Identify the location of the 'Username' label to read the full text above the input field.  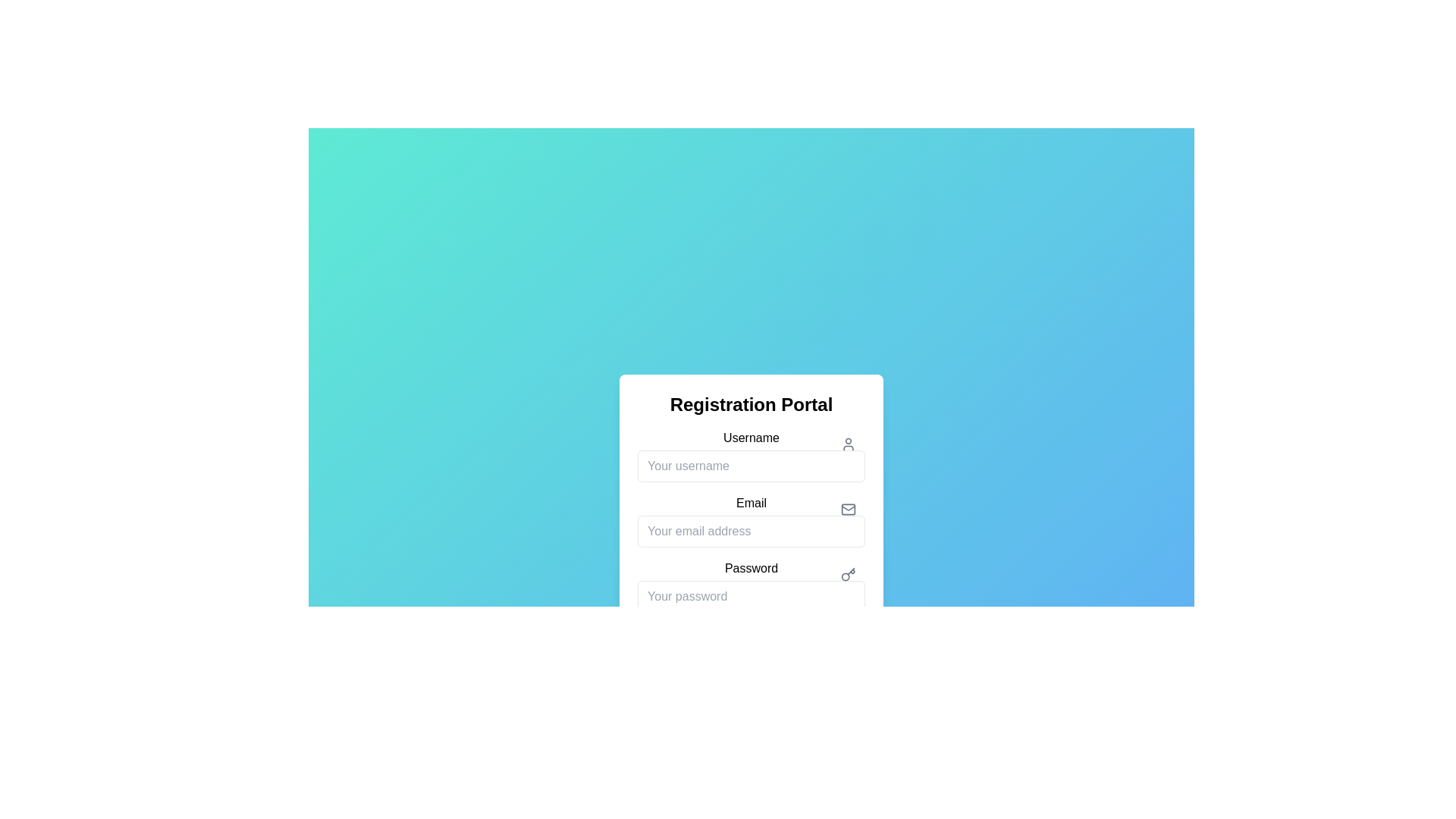
(751, 438).